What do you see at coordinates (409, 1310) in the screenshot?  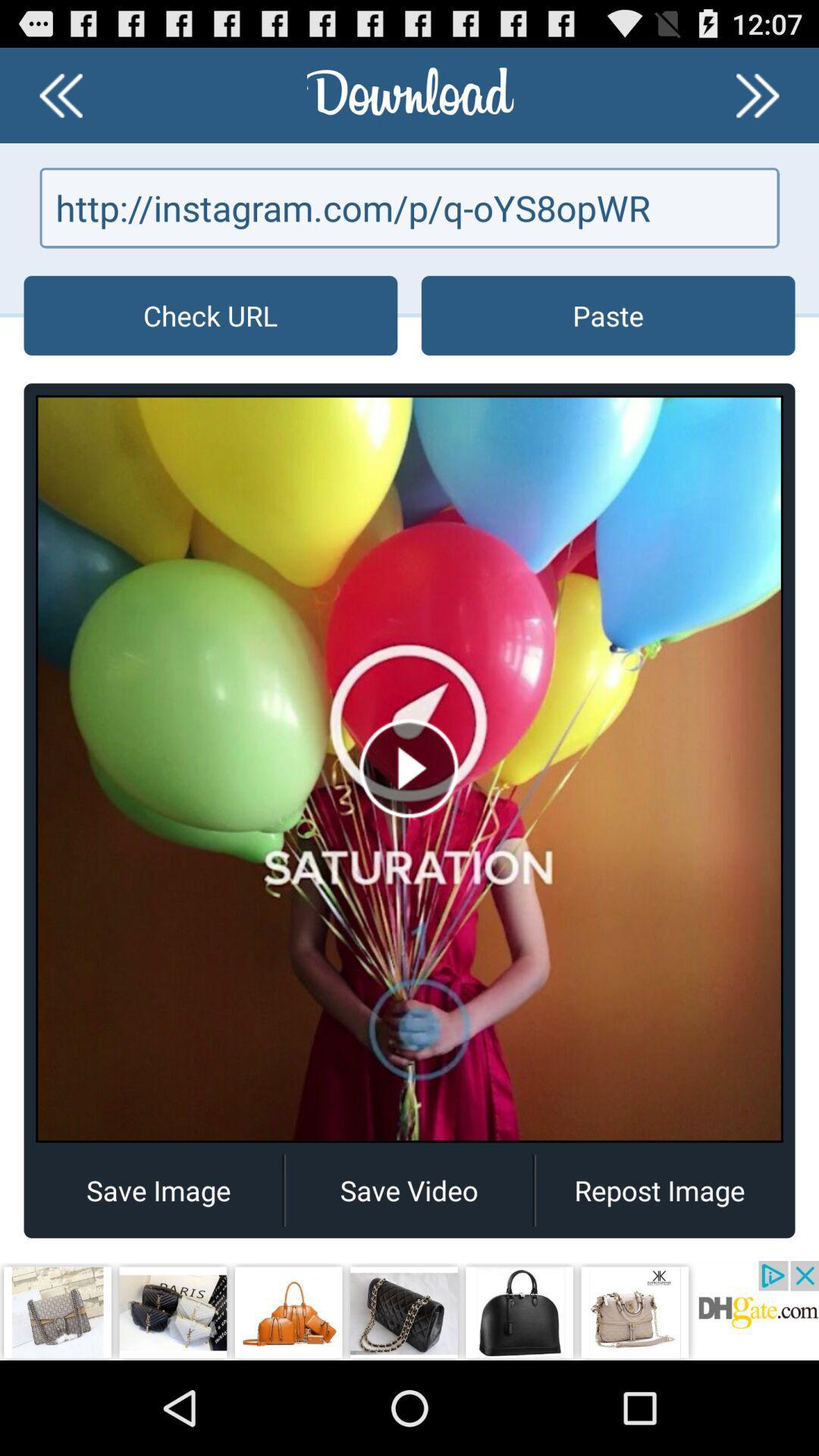 I see `links to advertisement` at bounding box center [409, 1310].